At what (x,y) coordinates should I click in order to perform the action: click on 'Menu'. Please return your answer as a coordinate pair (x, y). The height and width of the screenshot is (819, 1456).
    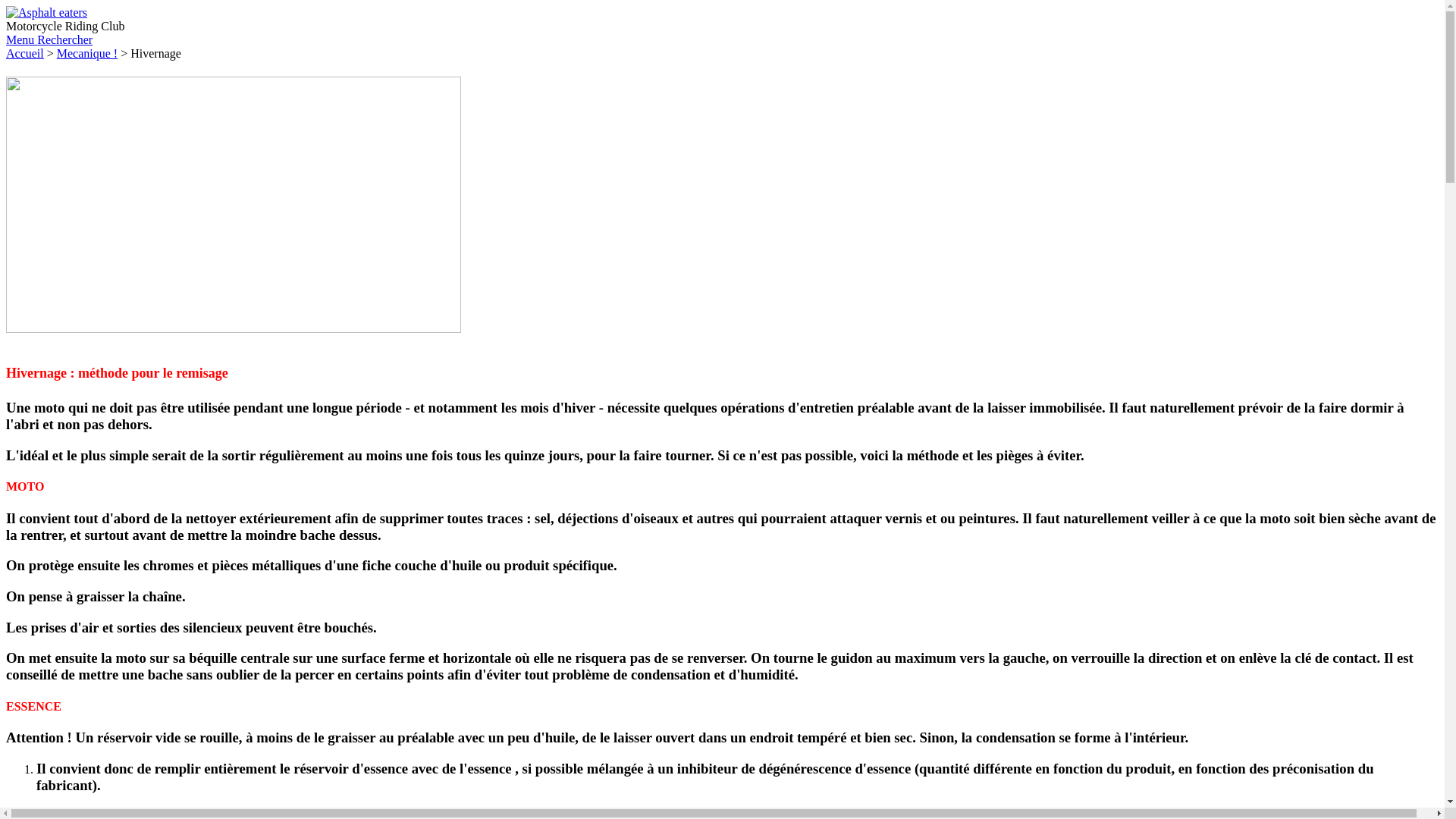
    Looking at the image, I should click on (21, 39).